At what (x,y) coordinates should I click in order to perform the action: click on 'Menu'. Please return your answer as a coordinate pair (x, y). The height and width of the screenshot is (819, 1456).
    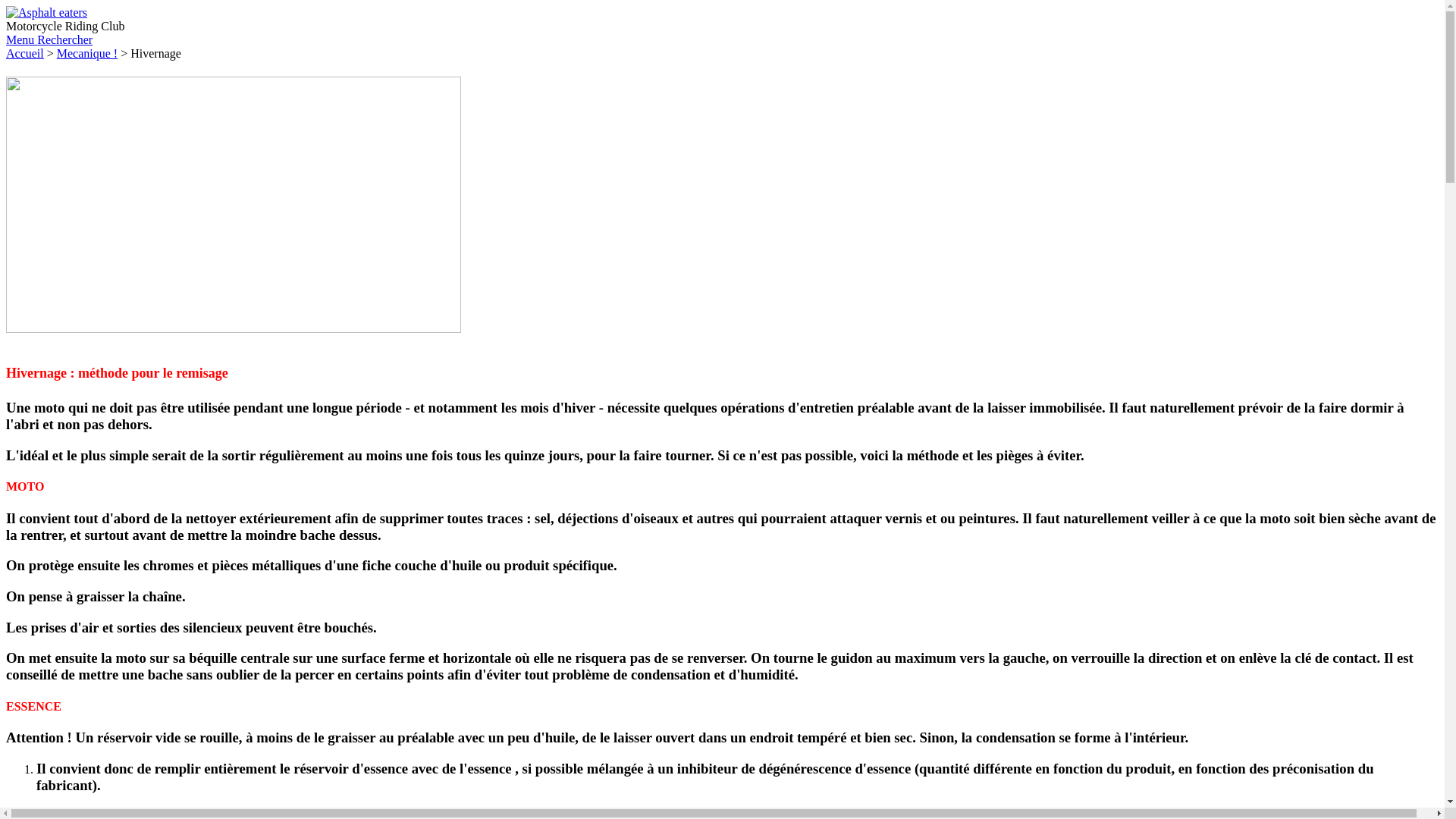
    Looking at the image, I should click on (21, 39).